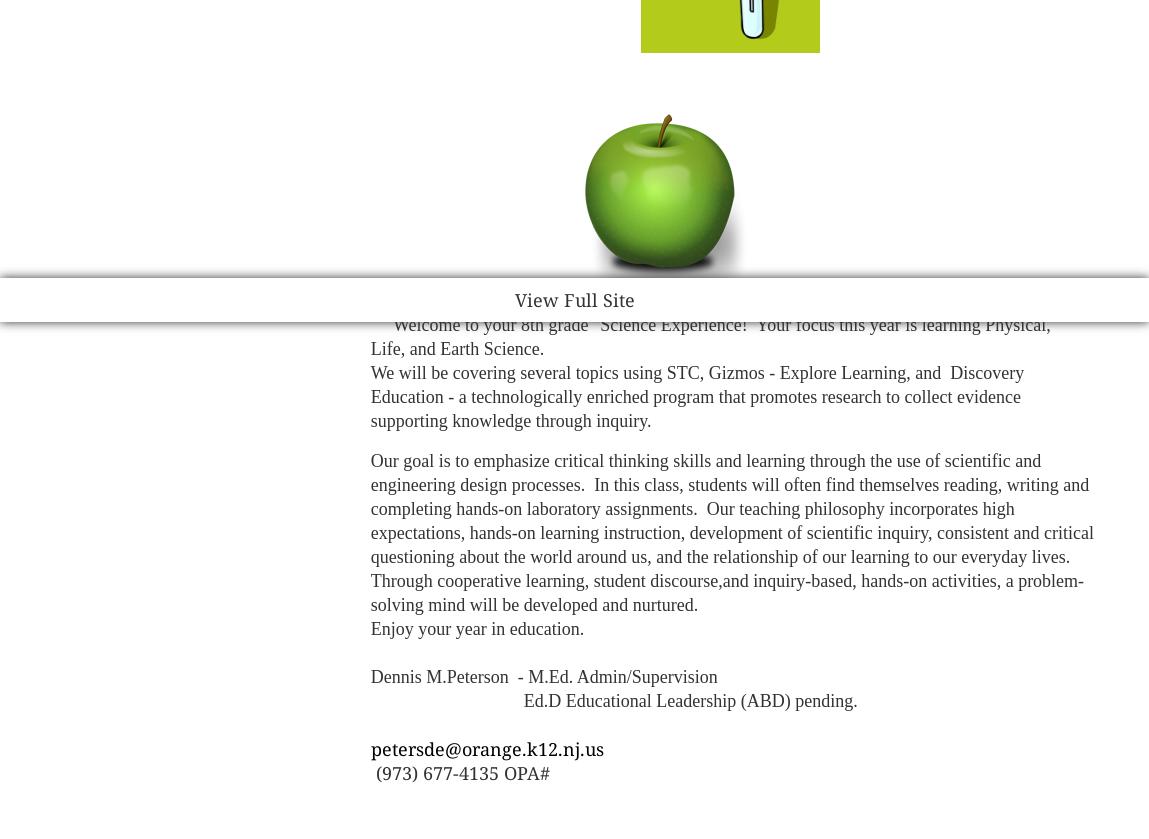 The width and height of the screenshot is (1149, 839). What do you see at coordinates (696, 397) in the screenshot?
I see `'We will be covering several topics using STC, Gizmos - Explore Learning, and  Discovery Education - a technologically enriched program that promotes research to collect evidence supporting knowledge through inquiry.'` at bounding box center [696, 397].